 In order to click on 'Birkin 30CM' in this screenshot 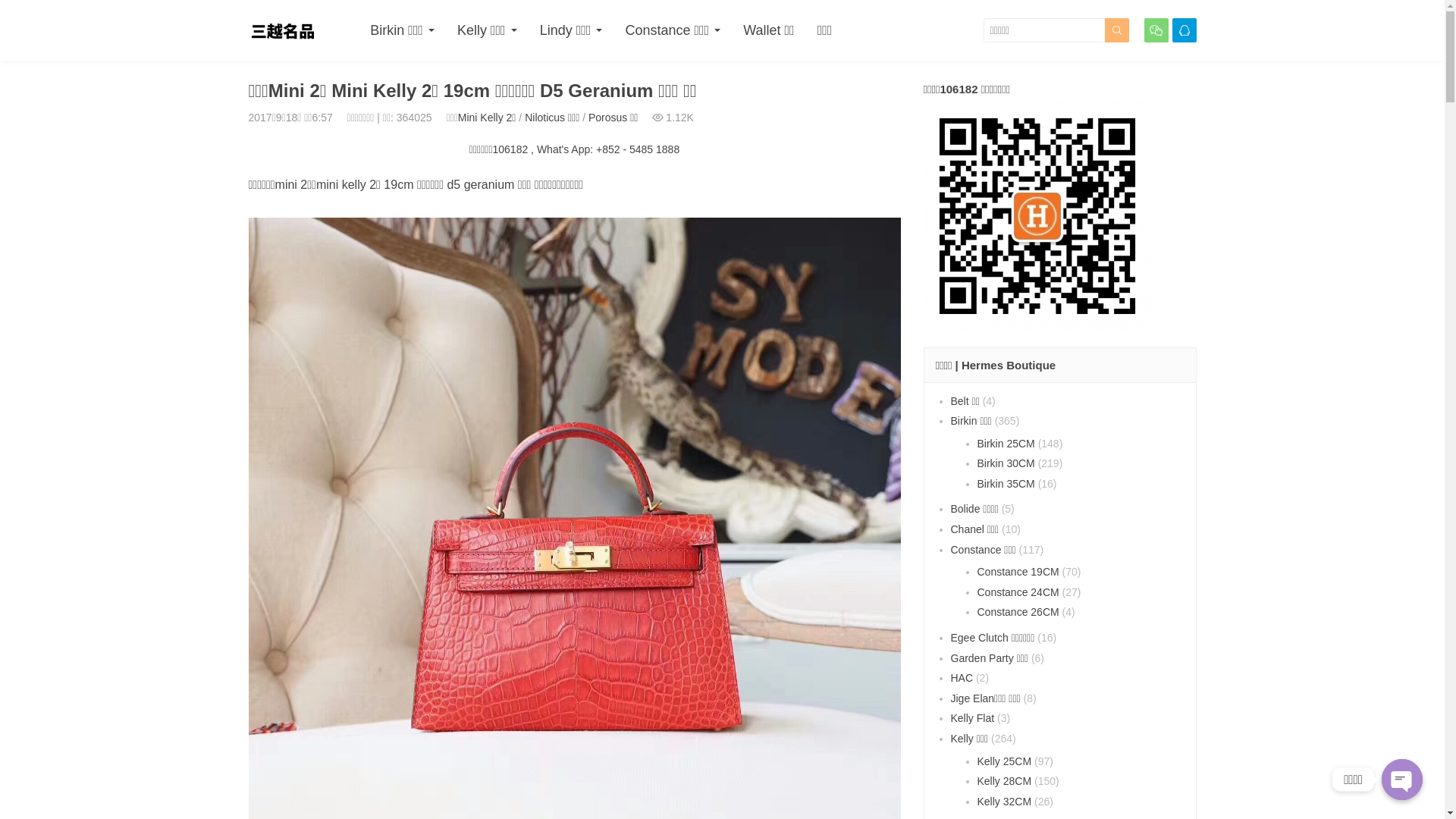, I will do `click(1005, 462)`.